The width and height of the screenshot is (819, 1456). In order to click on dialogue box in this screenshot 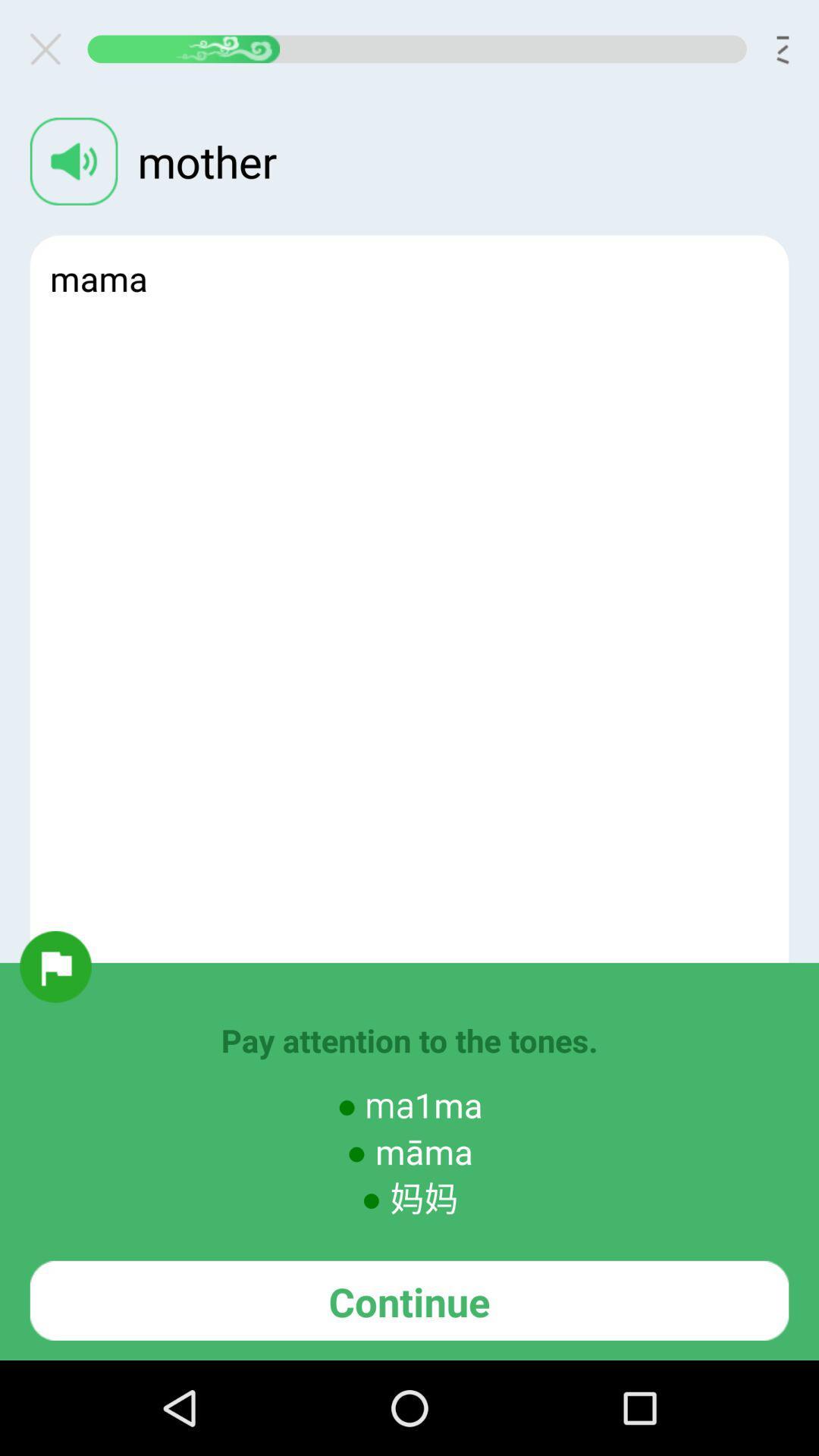, I will do `click(51, 49)`.